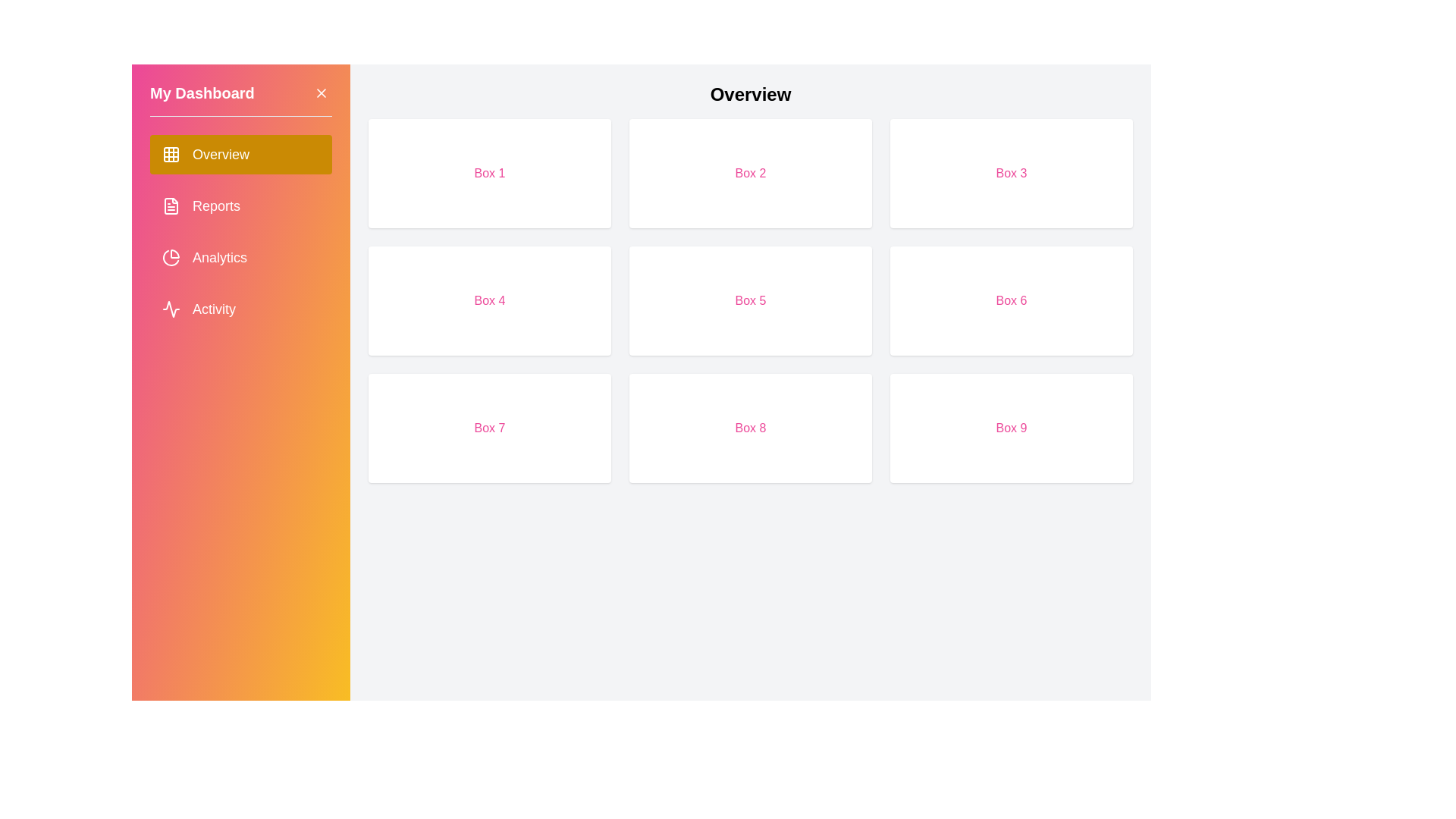 Image resolution: width=1456 pixels, height=819 pixels. I want to click on the sidebar item Overview to observe its visual change, so click(240, 155).